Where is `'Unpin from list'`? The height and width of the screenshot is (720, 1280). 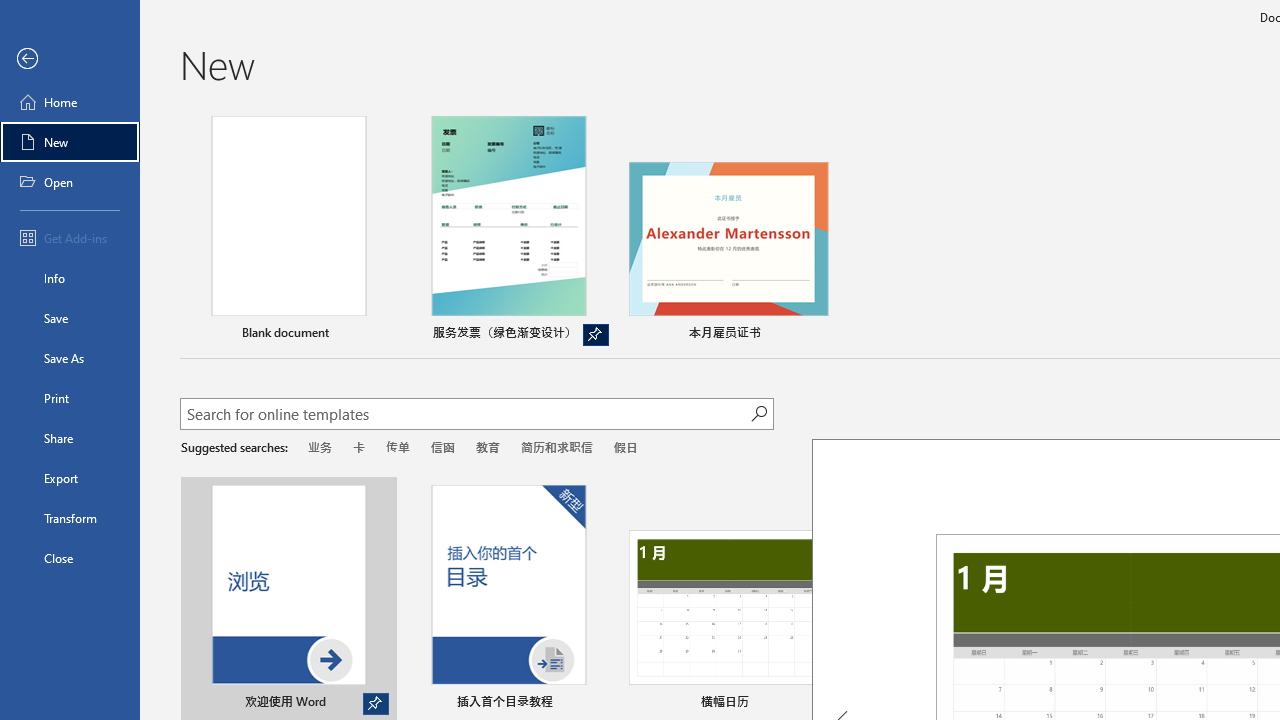 'Unpin from list' is located at coordinates (594, 334).